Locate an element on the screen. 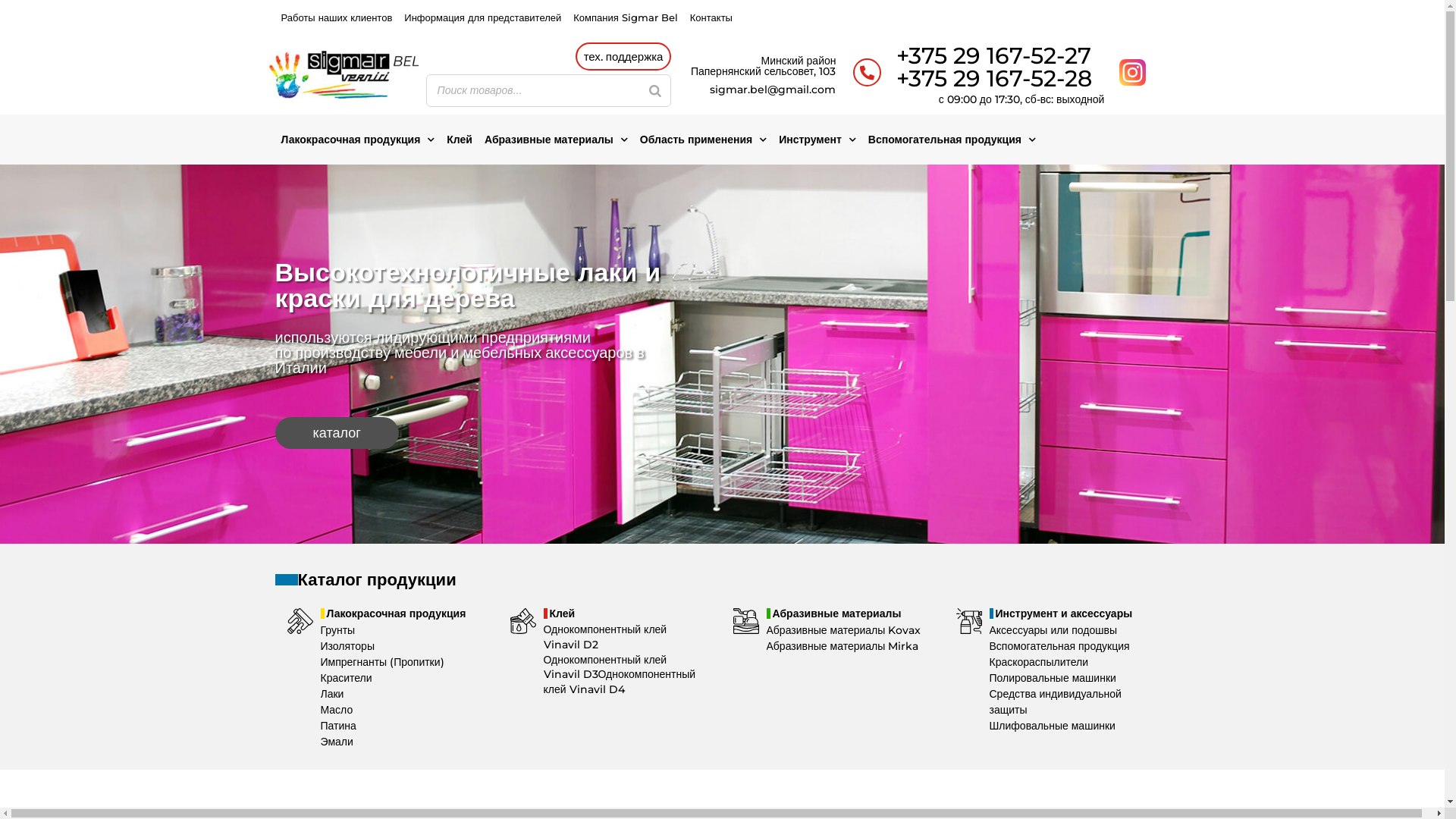 The image size is (1456, 819). '+375 29 167-52-28' is located at coordinates (993, 78).